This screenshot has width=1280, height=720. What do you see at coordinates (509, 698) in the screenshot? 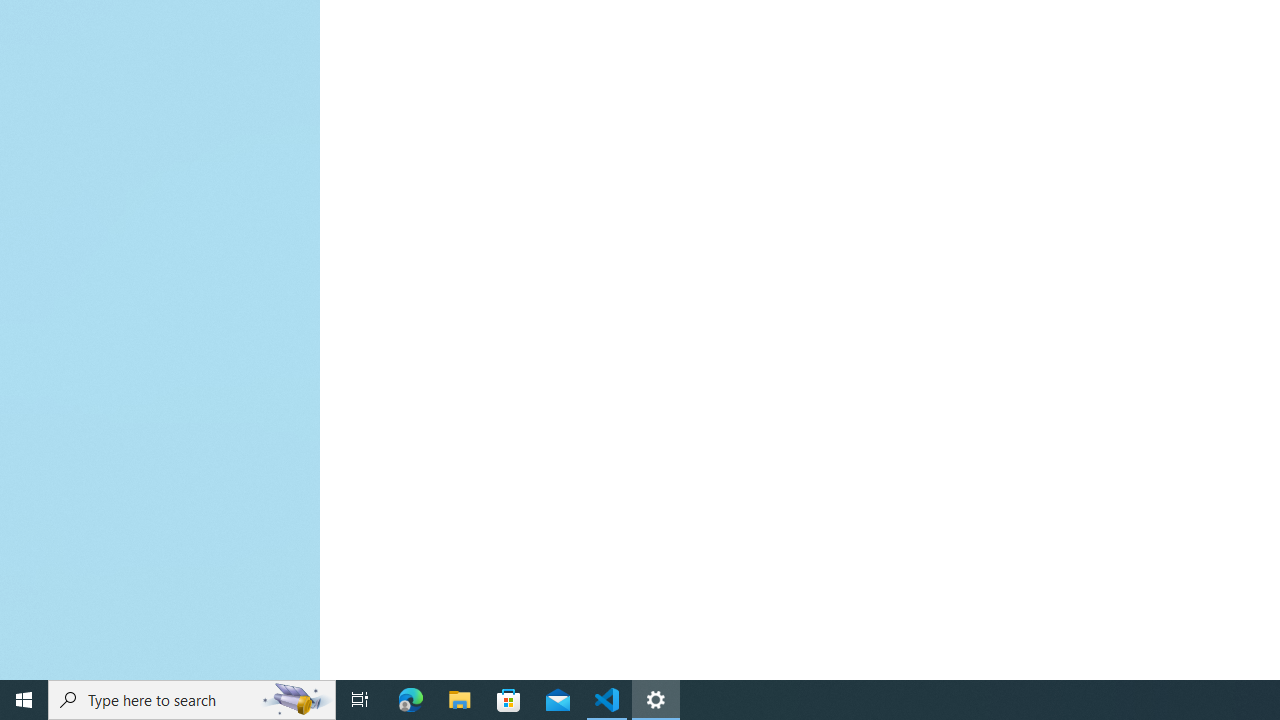
I see `'Microsoft Store'` at bounding box center [509, 698].